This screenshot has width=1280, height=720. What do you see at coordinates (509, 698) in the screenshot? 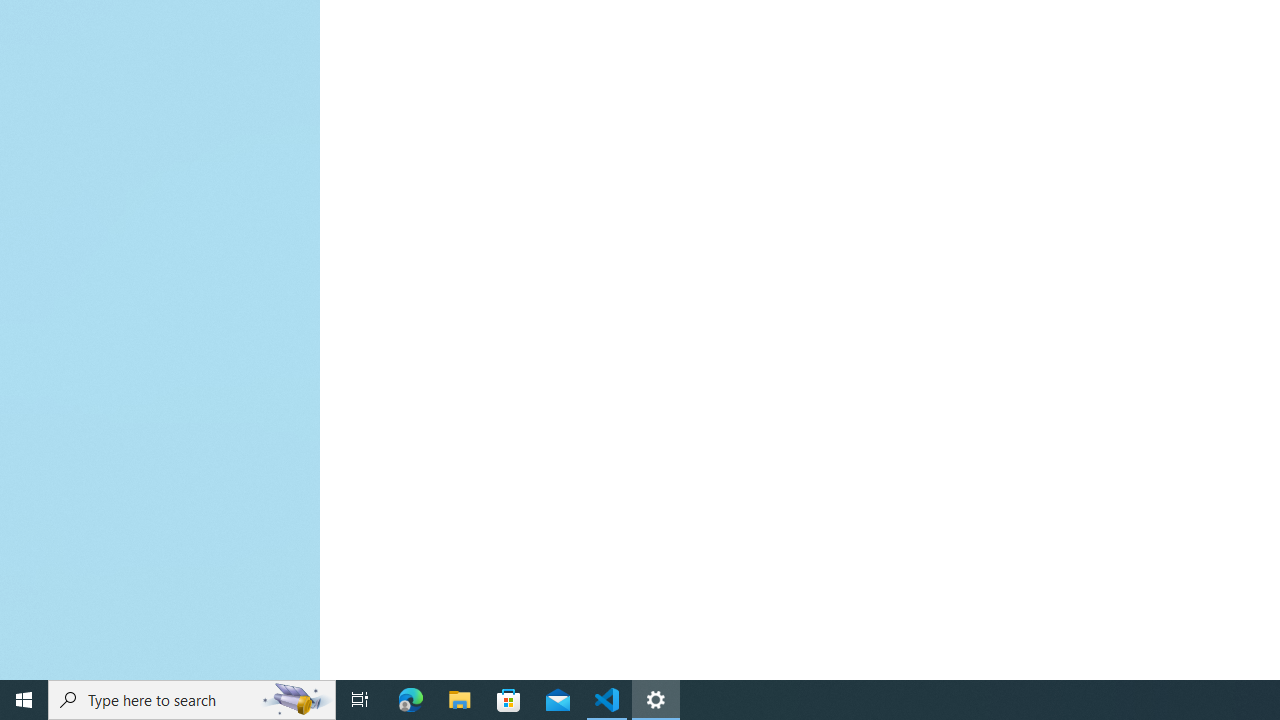
I see `'Microsoft Store'` at bounding box center [509, 698].